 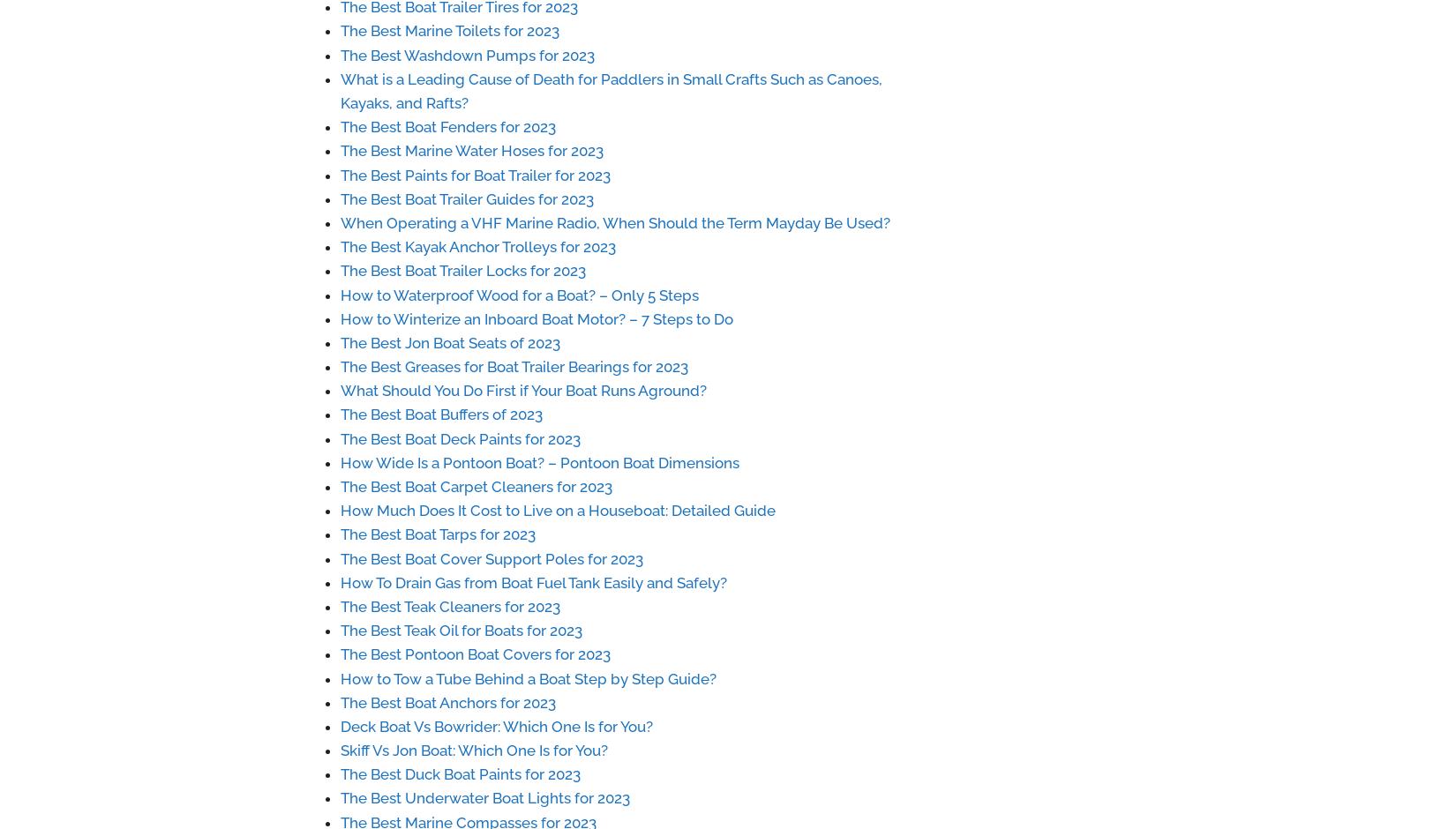 I want to click on 'When Operating a VHF Marine Radio, When Should the Term Mayday Be Used?', so click(x=614, y=222).